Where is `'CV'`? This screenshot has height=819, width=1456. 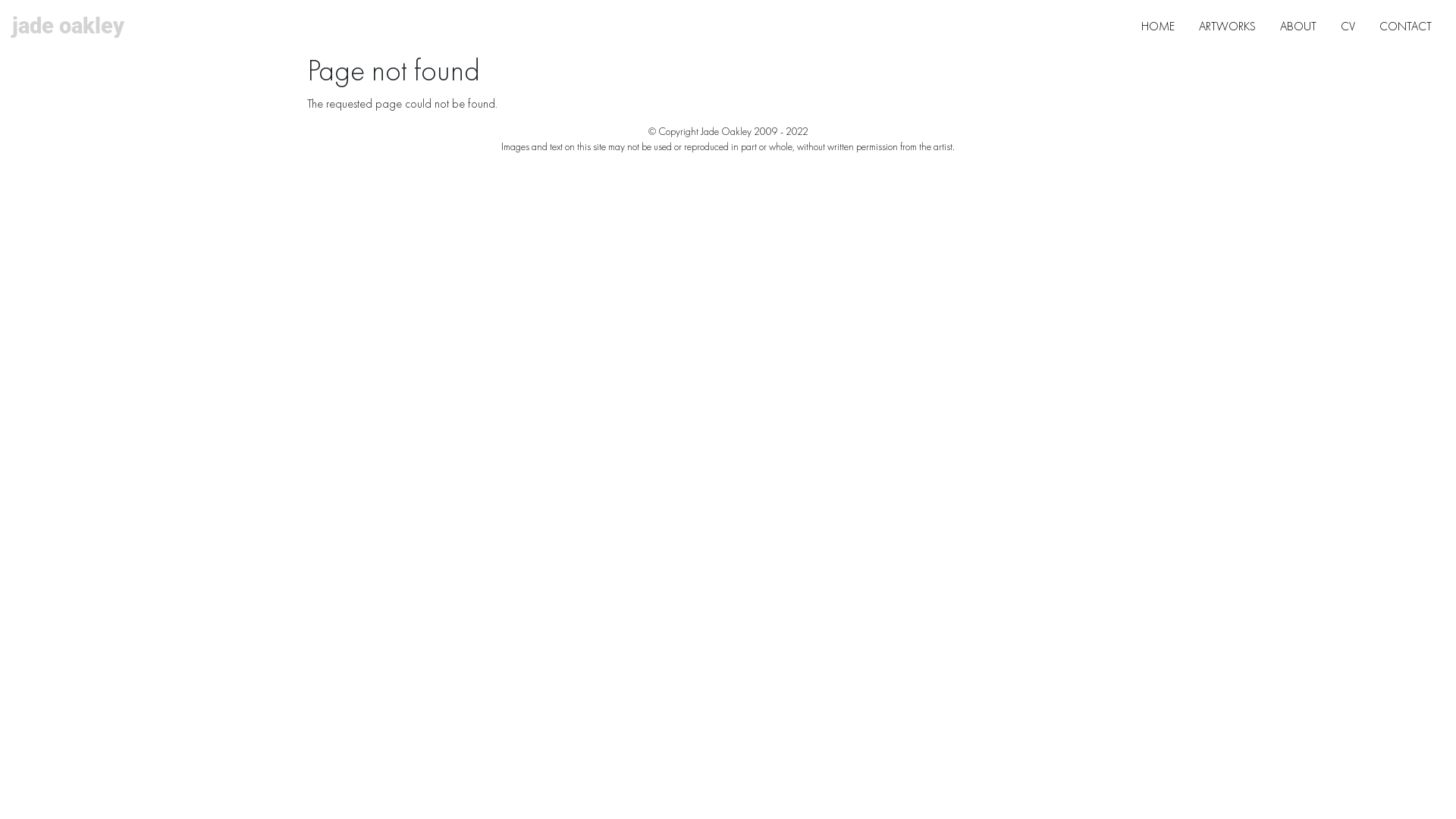
'CV' is located at coordinates (1348, 26).